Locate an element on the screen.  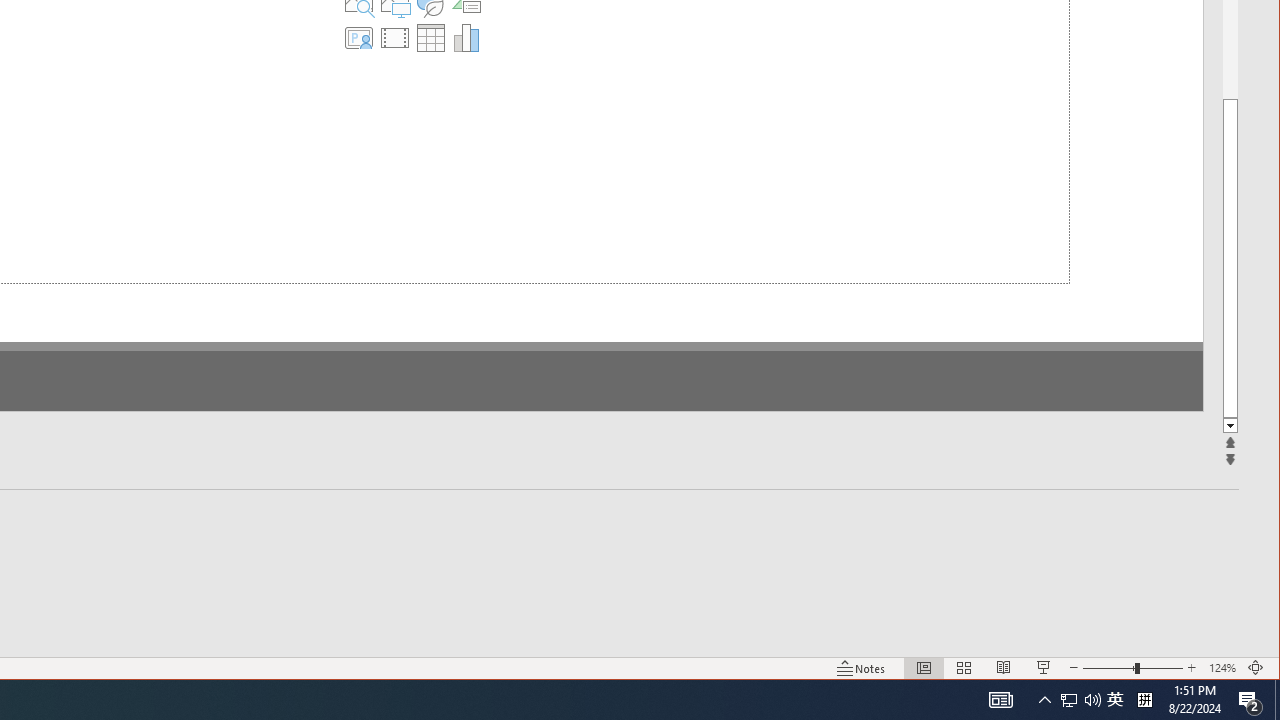
'Zoom 124%' is located at coordinates (1221, 668).